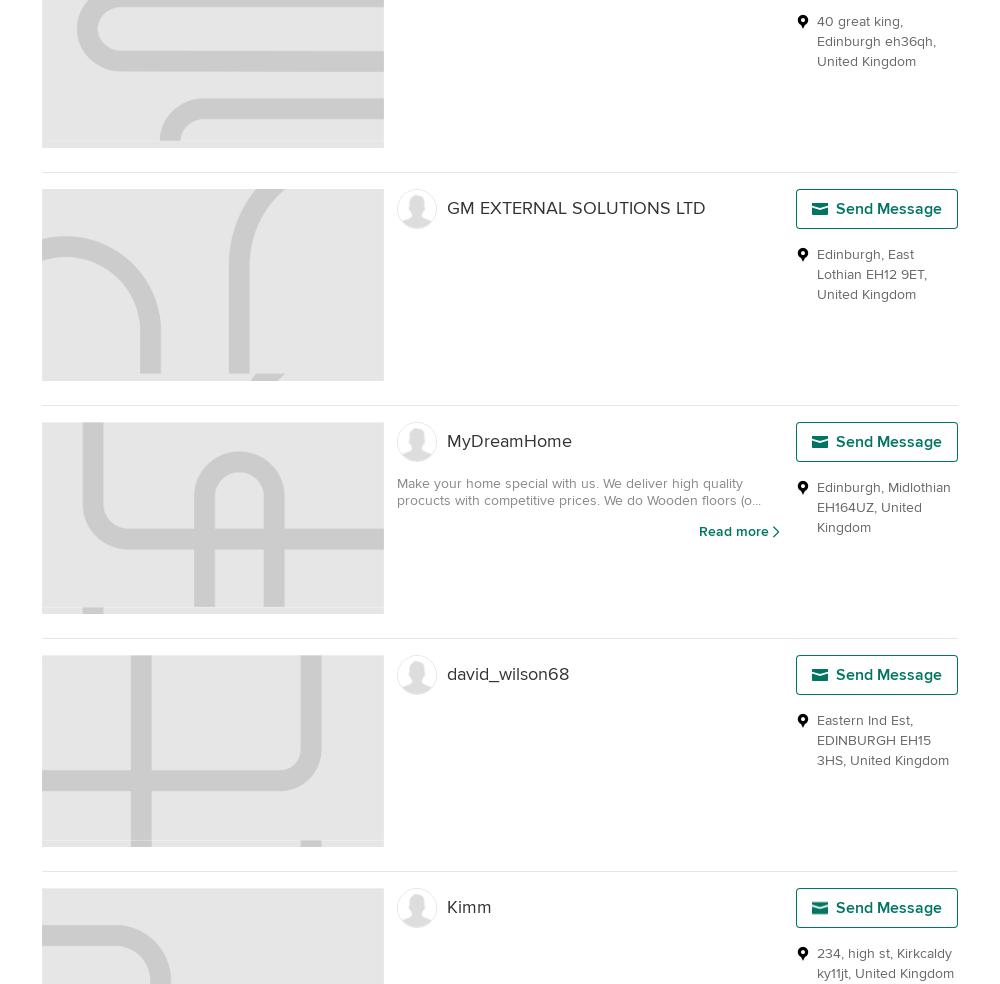 This screenshot has height=984, width=1000. I want to click on 'david_wilson68', so click(508, 674).